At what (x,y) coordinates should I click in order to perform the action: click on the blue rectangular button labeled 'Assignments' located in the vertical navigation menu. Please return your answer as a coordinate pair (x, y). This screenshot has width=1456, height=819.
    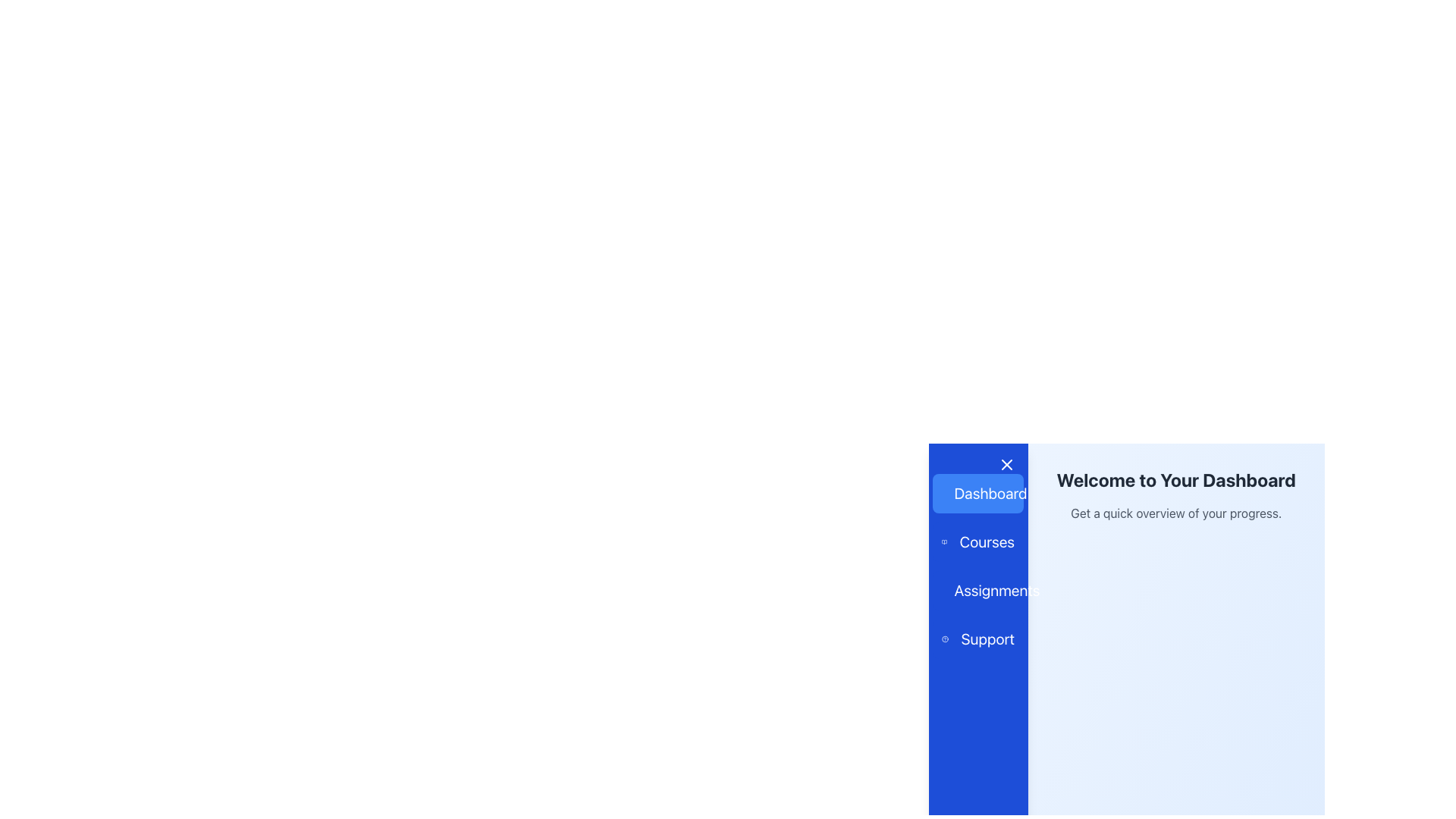
    Looking at the image, I should click on (978, 590).